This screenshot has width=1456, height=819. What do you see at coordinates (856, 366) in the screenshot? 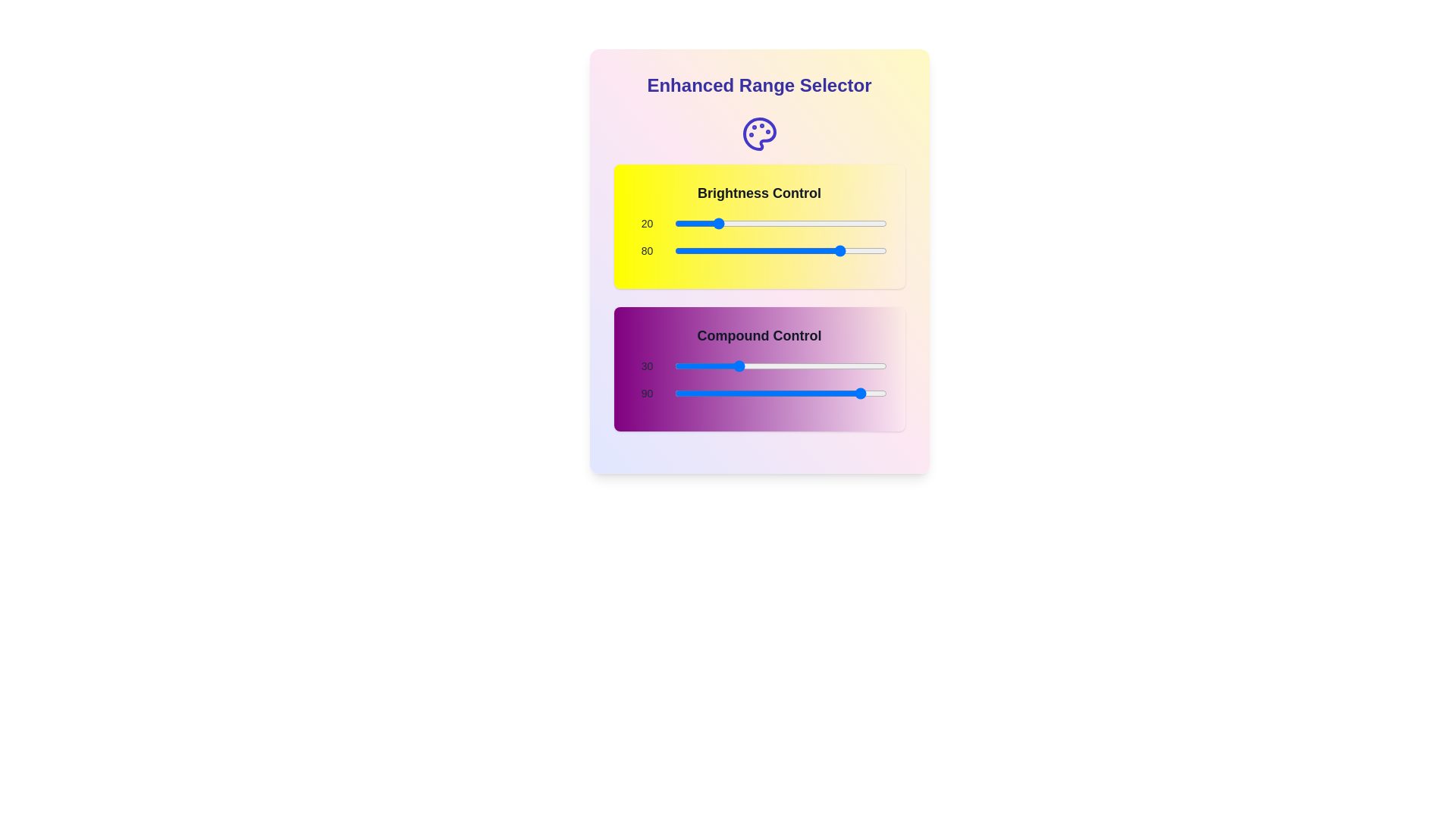
I see `the 'Compound Control' slider to 86 by dragging it to the corresponding position` at bounding box center [856, 366].